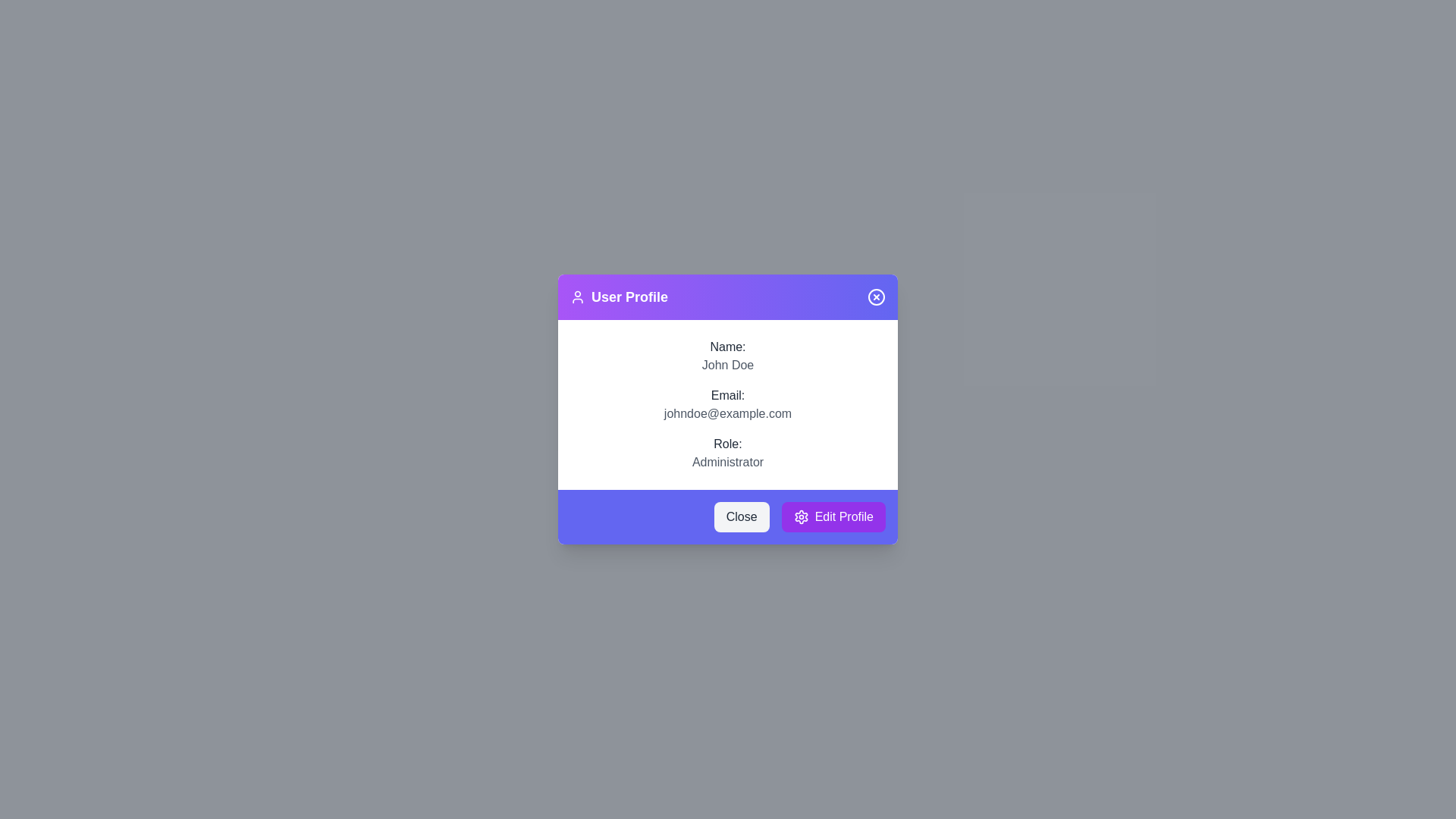 The image size is (1456, 819). What do you see at coordinates (800, 516) in the screenshot?
I see `the purple gear icon located to the left of the 'Edit Profile' text within the button in the bottom right of the modal` at bounding box center [800, 516].